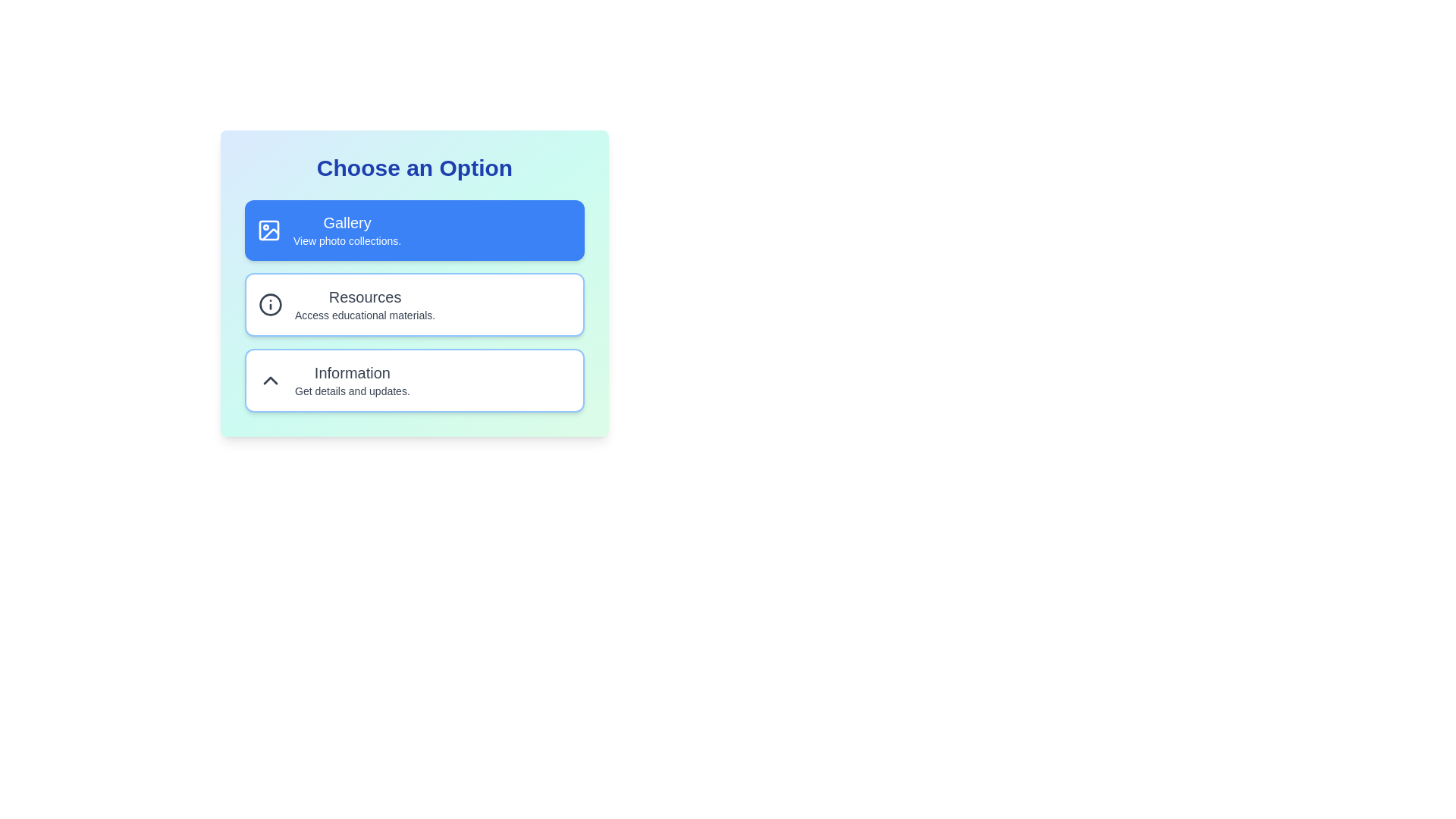 This screenshot has width=1456, height=819. Describe the element at coordinates (415, 306) in the screenshot. I see `the second interactive card in the vertical stack, positioned below the 'Gallery' card and above the 'Information' card, to observe interactions like scaling` at that location.